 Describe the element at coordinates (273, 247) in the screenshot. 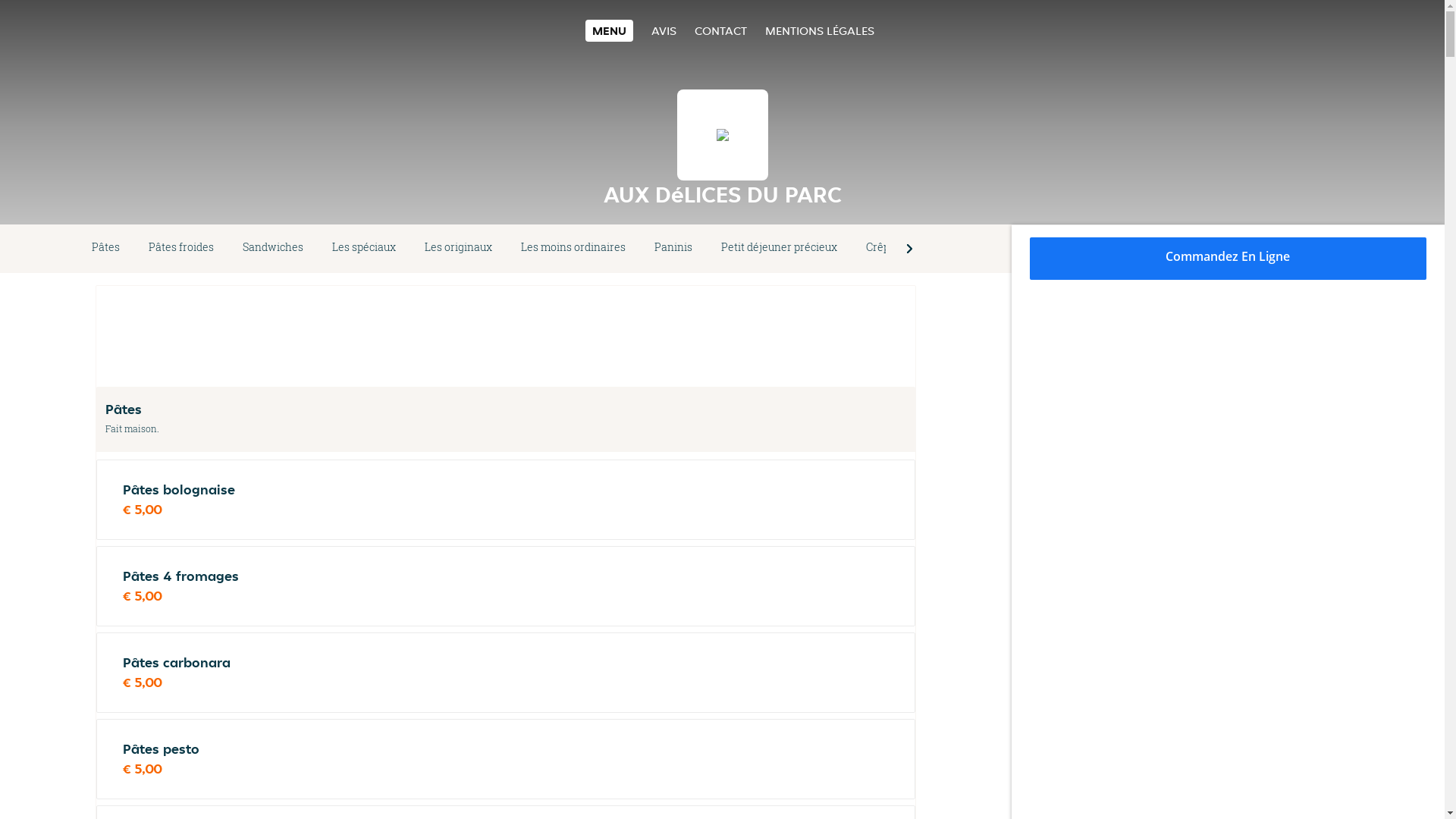

I see `'Sandwiches'` at that location.